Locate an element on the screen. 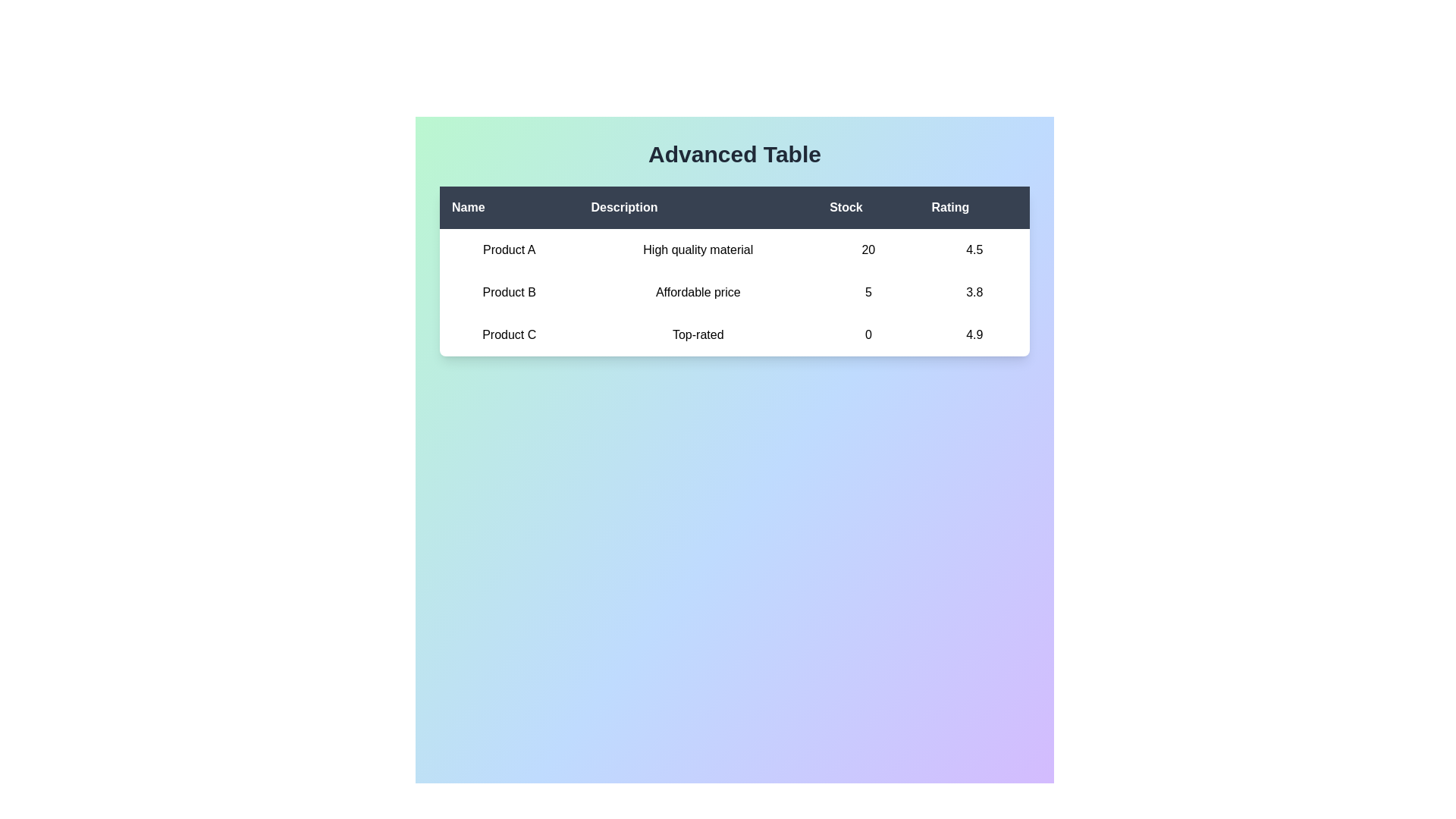  numeric label displaying the value '0' located in the third row of the table under the 'Stock' column is located at coordinates (868, 334).